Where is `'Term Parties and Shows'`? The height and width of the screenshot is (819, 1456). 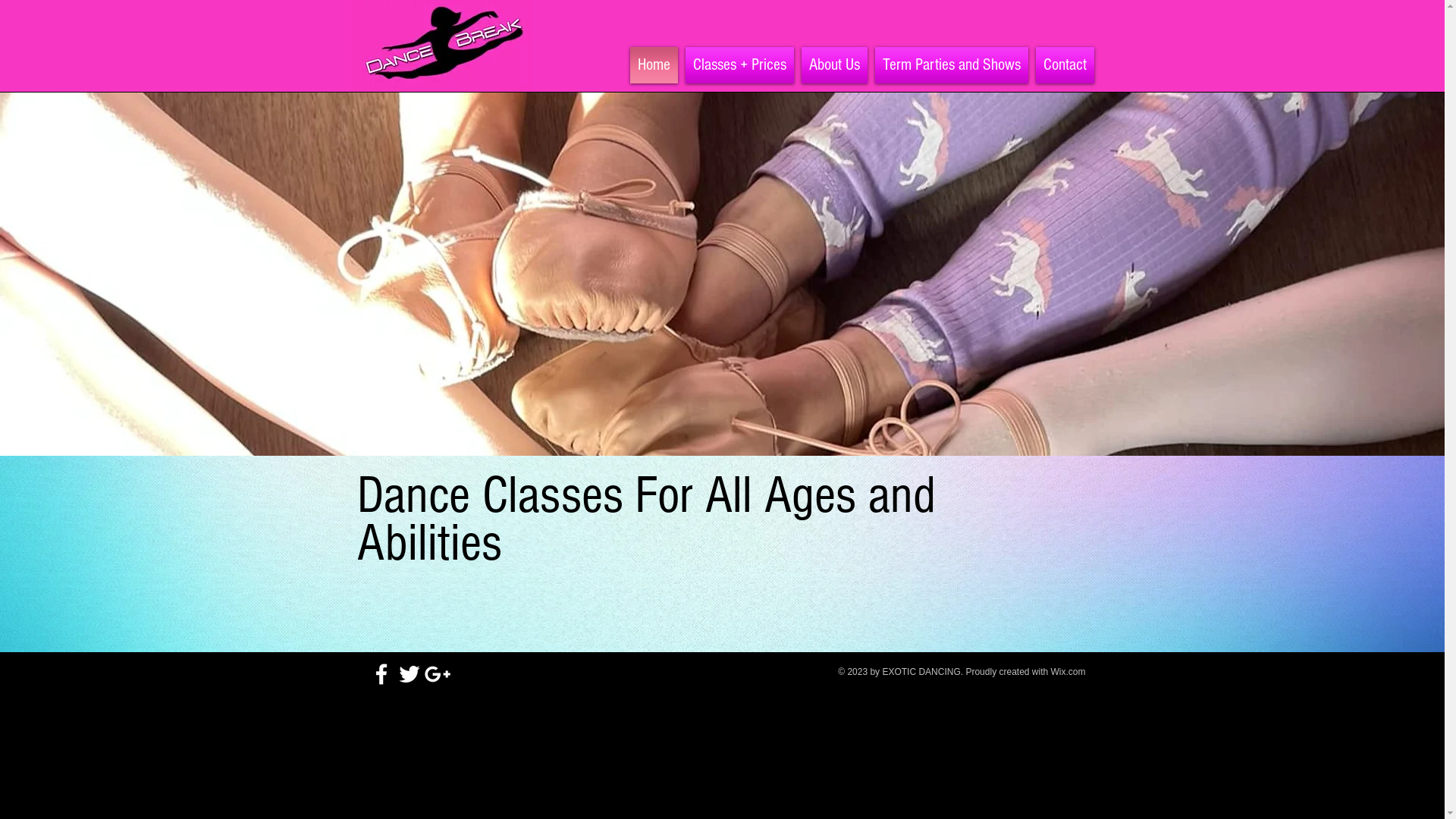 'Term Parties and Shows' is located at coordinates (949, 64).